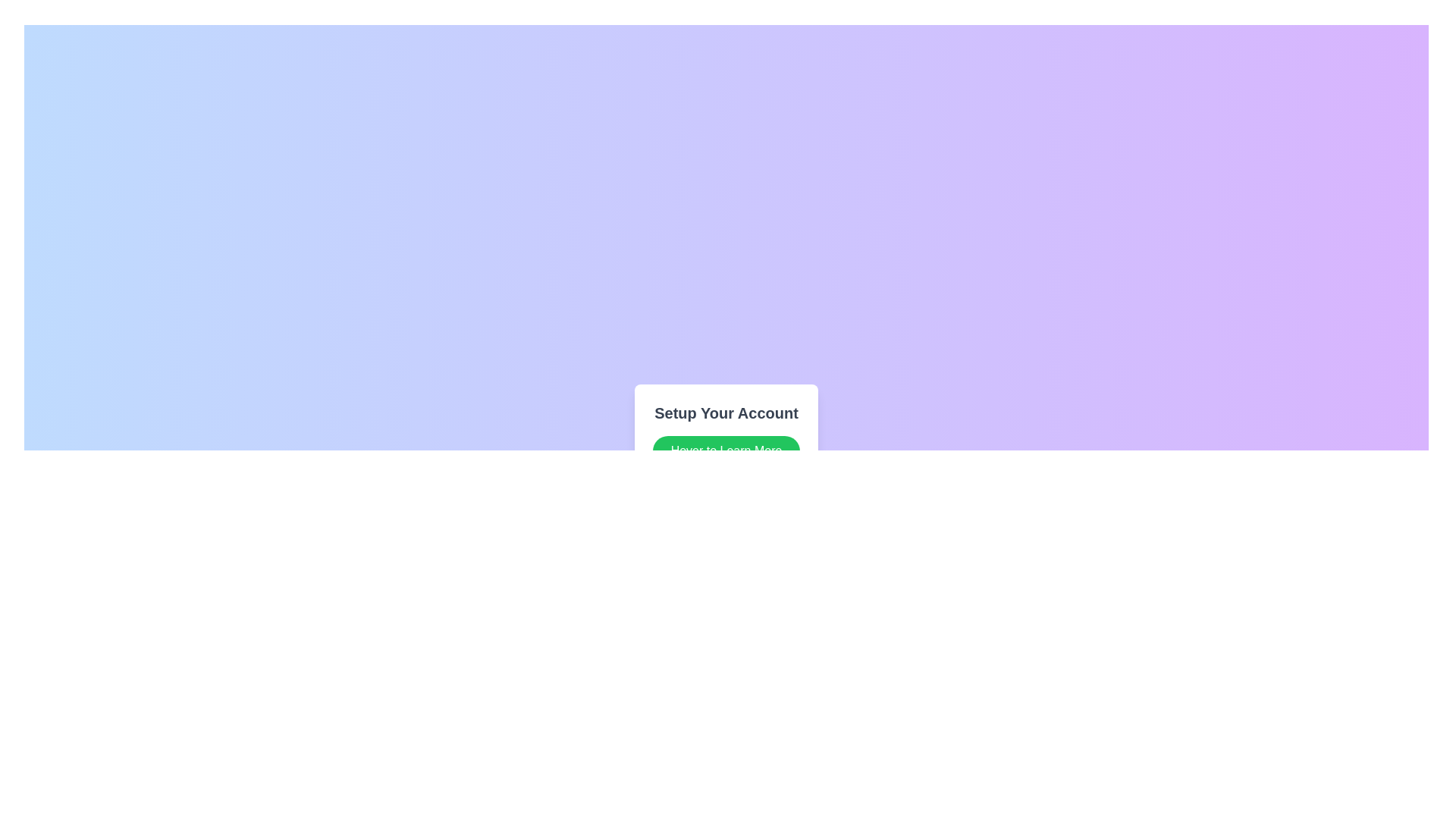  What do you see at coordinates (726, 413) in the screenshot?
I see `the title text element that serves as a heading for the section, positioned directly above the green 'Hover to Learn More' button` at bounding box center [726, 413].